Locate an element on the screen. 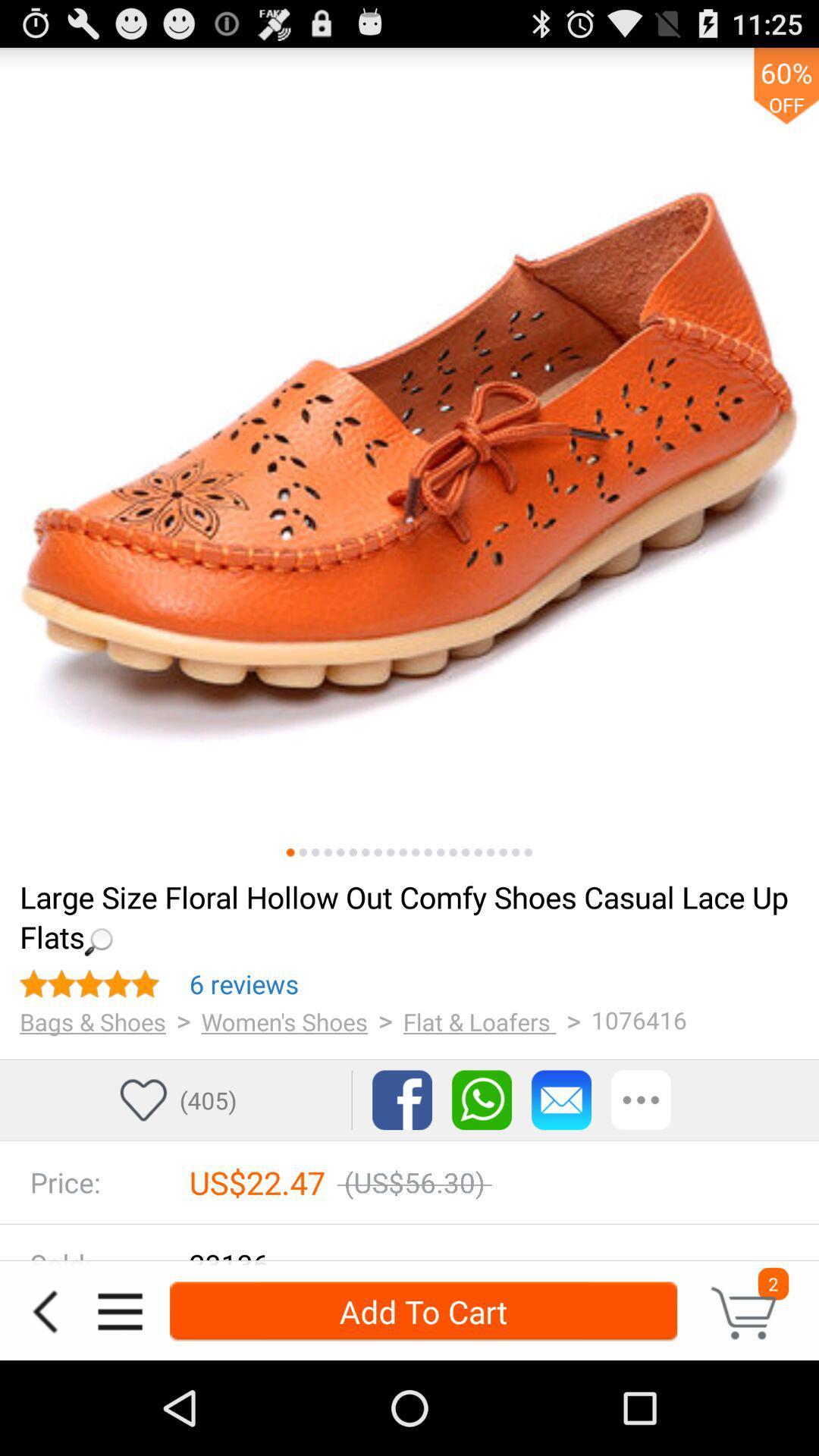  third screen go to screen three is located at coordinates (315, 852).